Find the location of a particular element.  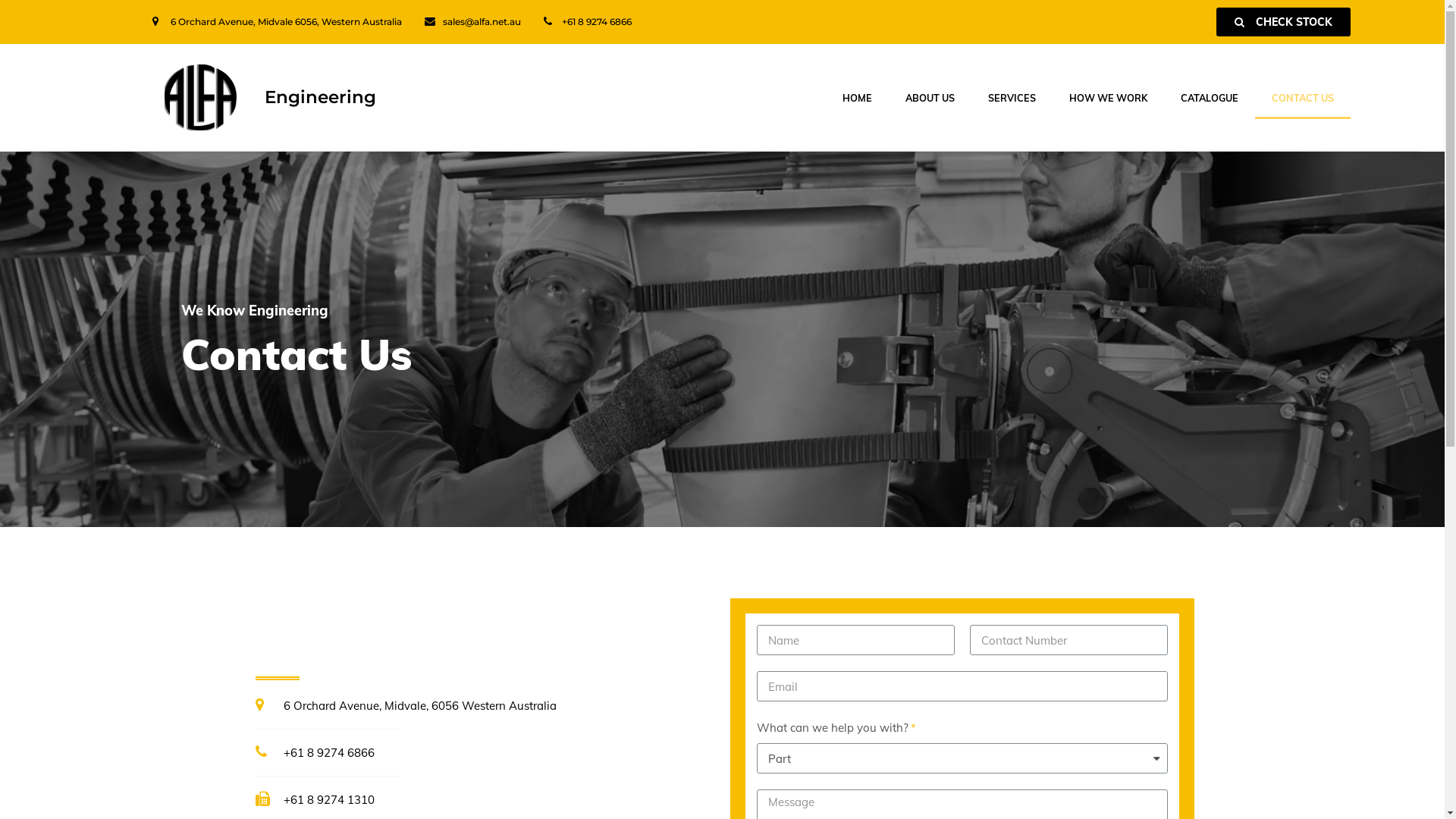

'ABOUT US' is located at coordinates (929, 96).